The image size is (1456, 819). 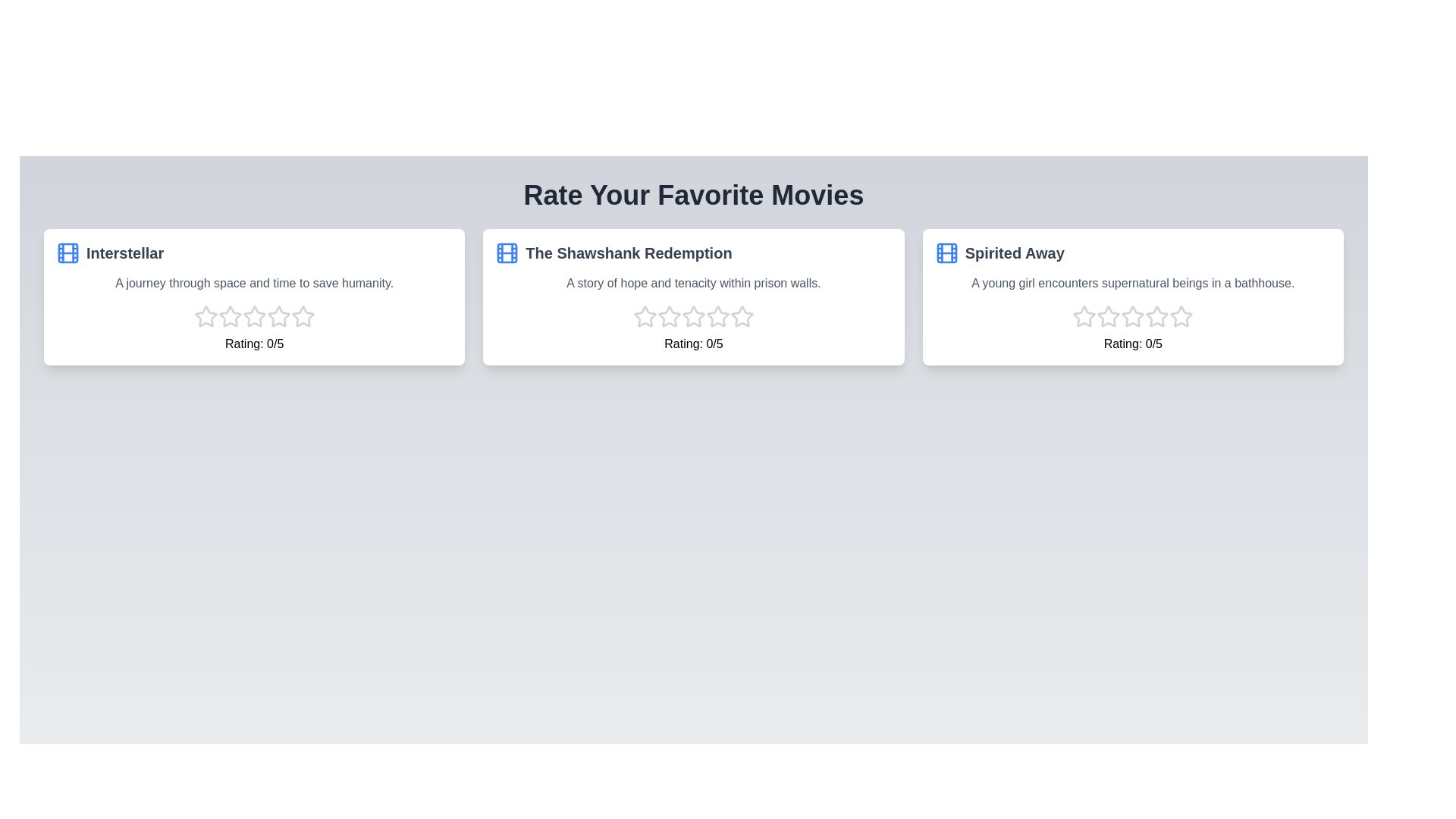 I want to click on the star corresponding to the 5 rating for the movie Spirited Away, so click(x=1181, y=315).